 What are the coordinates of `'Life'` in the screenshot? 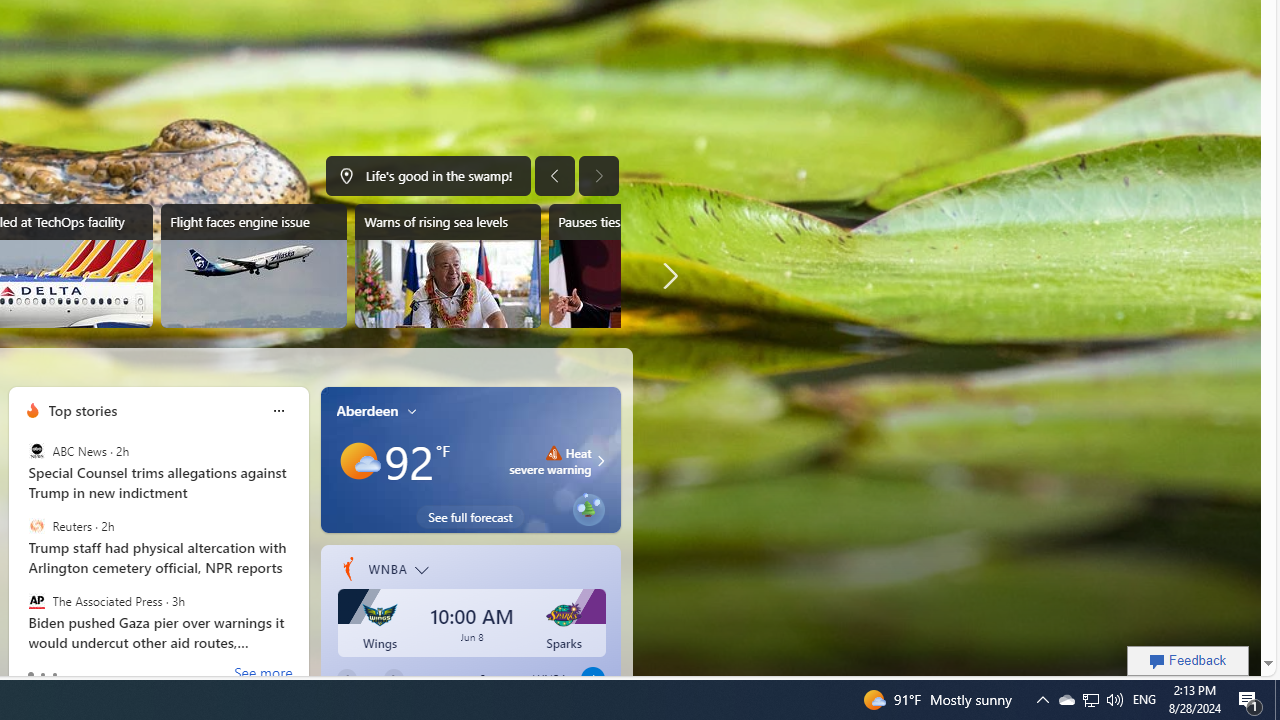 It's located at (427, 175).